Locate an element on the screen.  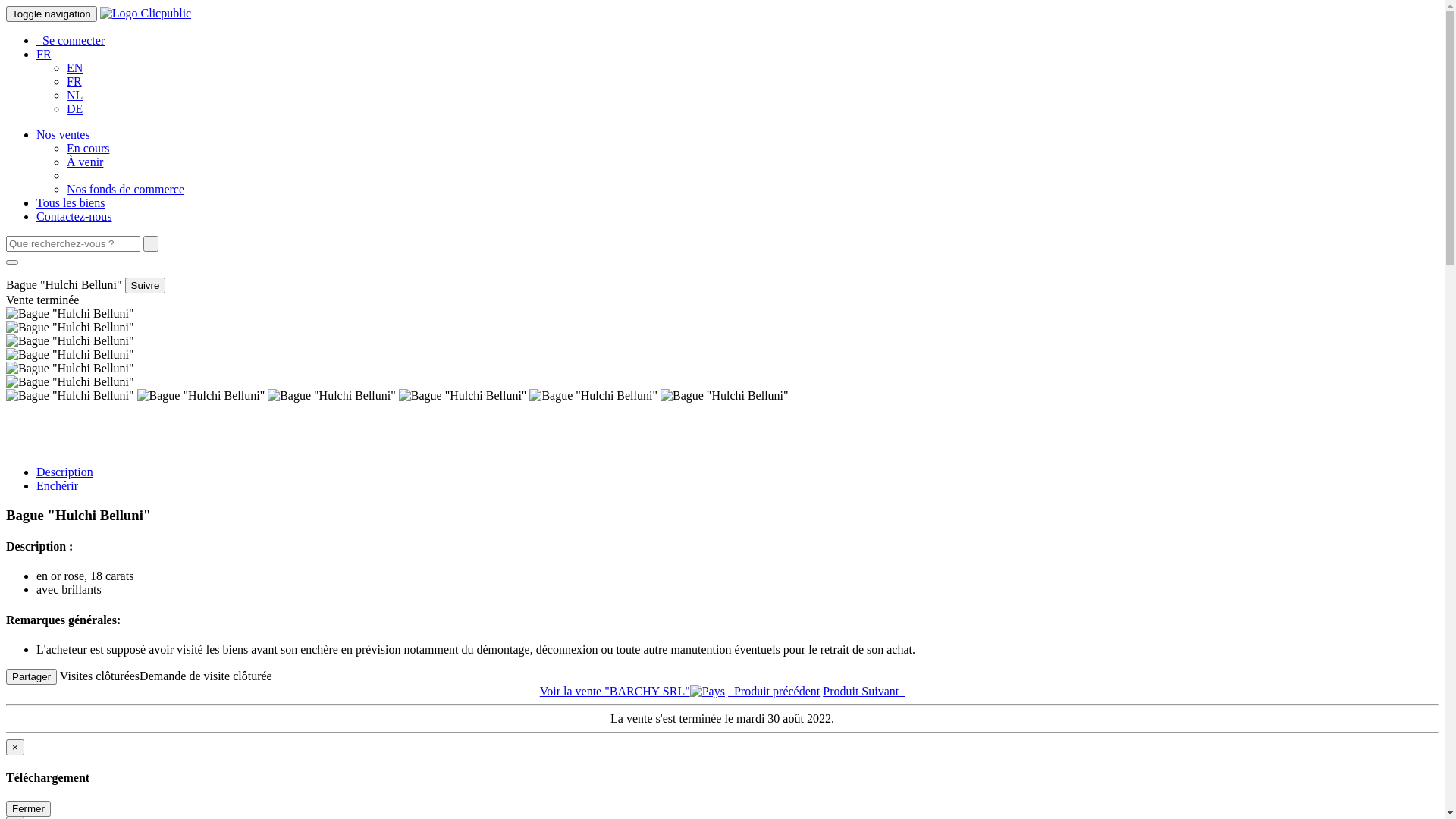
'Bague "Hulchi Belluni"' is located at coordinates (6, 341).